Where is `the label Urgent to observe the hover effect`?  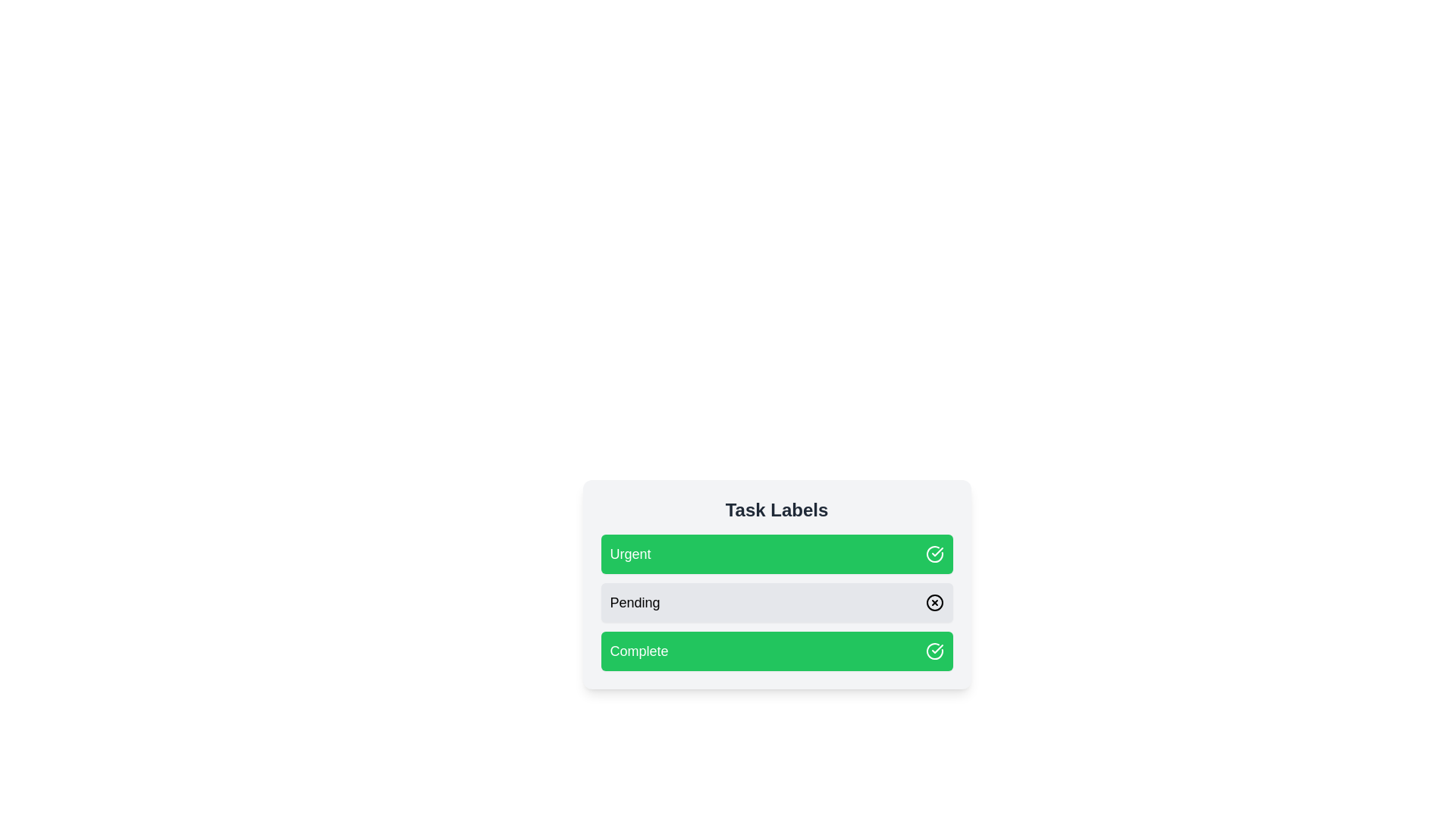 the label Urgent to observe the hover effect is located at coordinates (777, 554).